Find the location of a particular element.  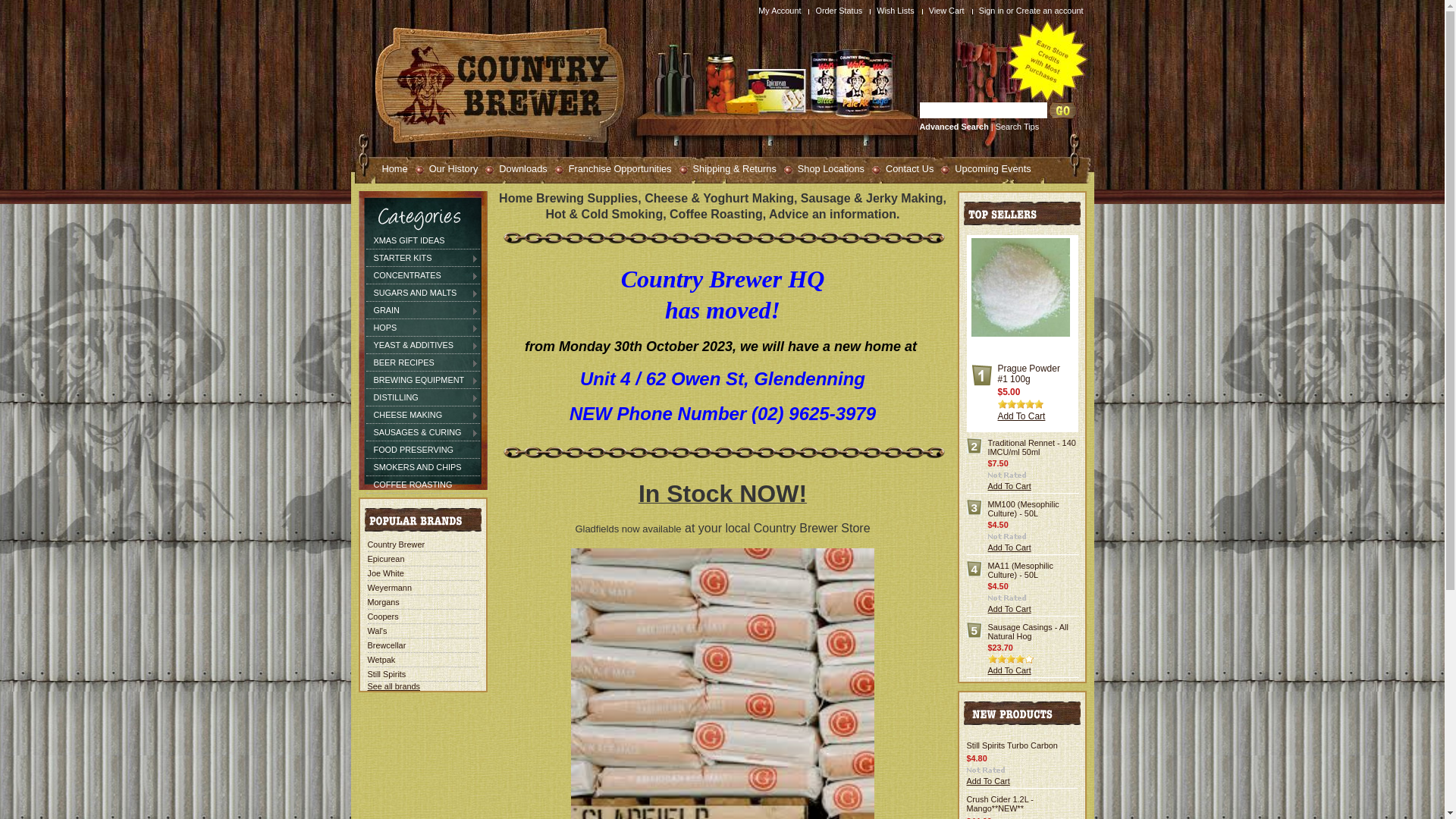

'Contact Us' is located at coordinates (902, 168).